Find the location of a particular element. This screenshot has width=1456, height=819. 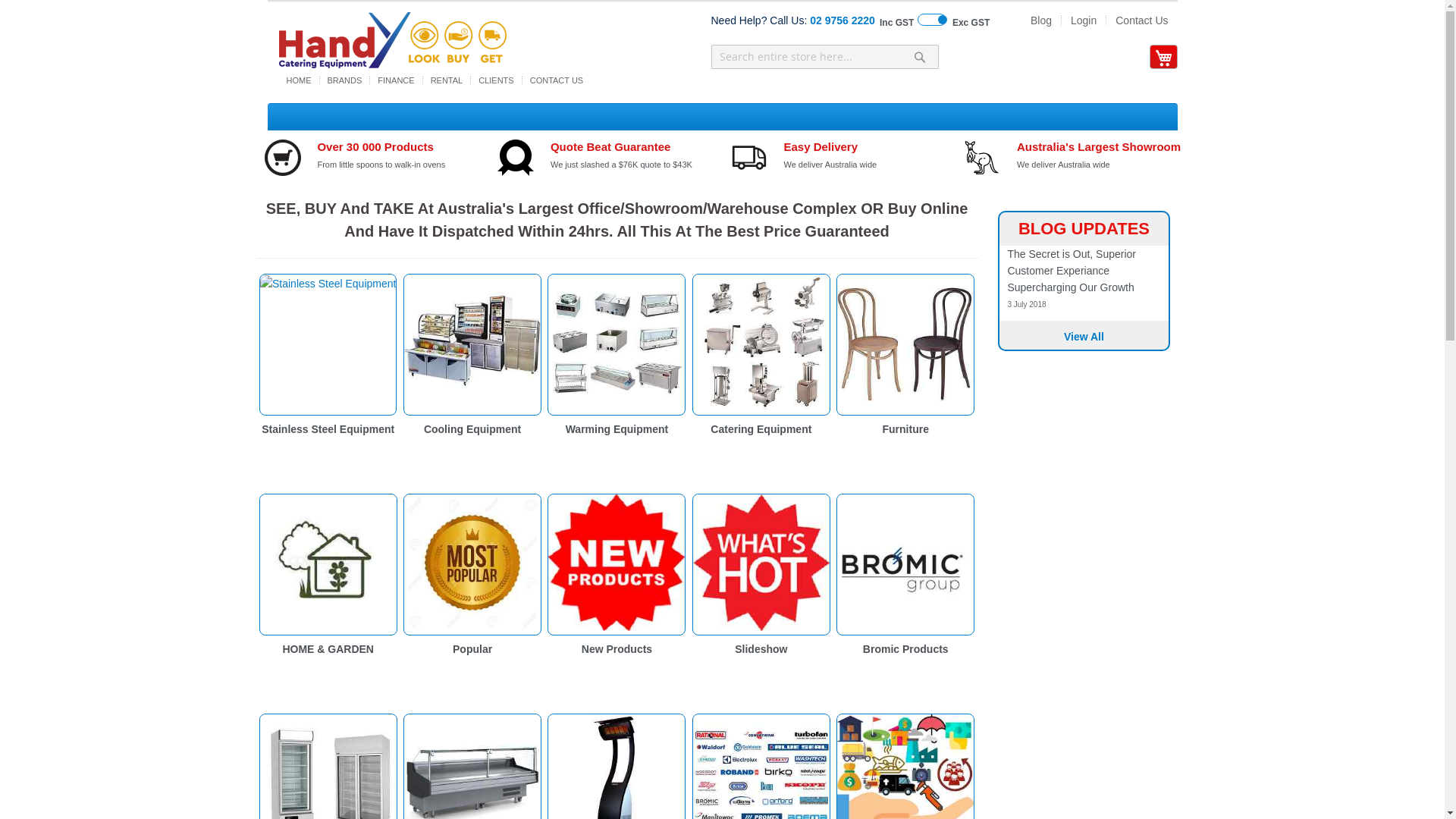

'CLIENTS' is located at coordinates (495, 80).